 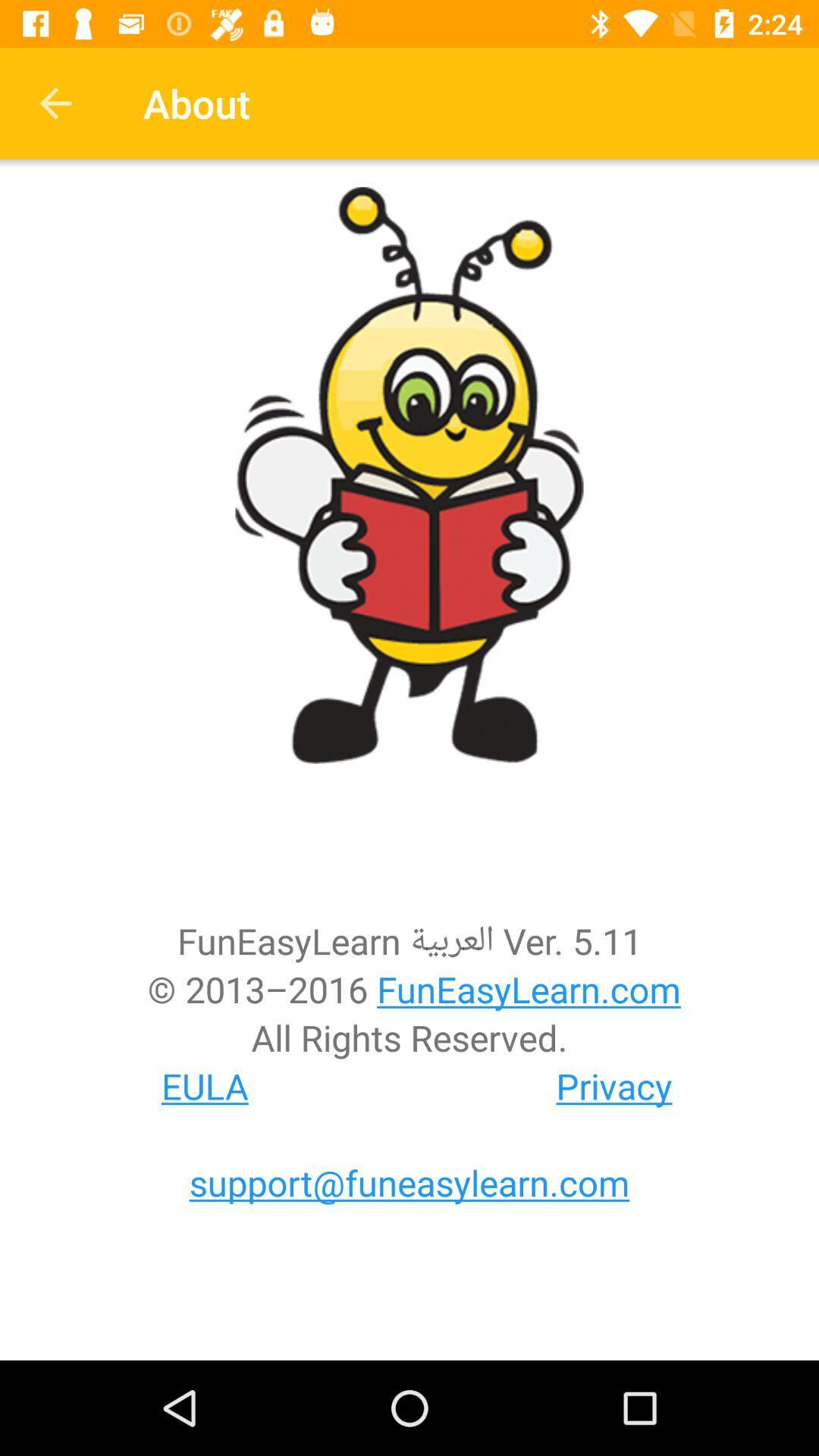 I want to click on icon below the all rights reserved., so click(x=614, y=1085).